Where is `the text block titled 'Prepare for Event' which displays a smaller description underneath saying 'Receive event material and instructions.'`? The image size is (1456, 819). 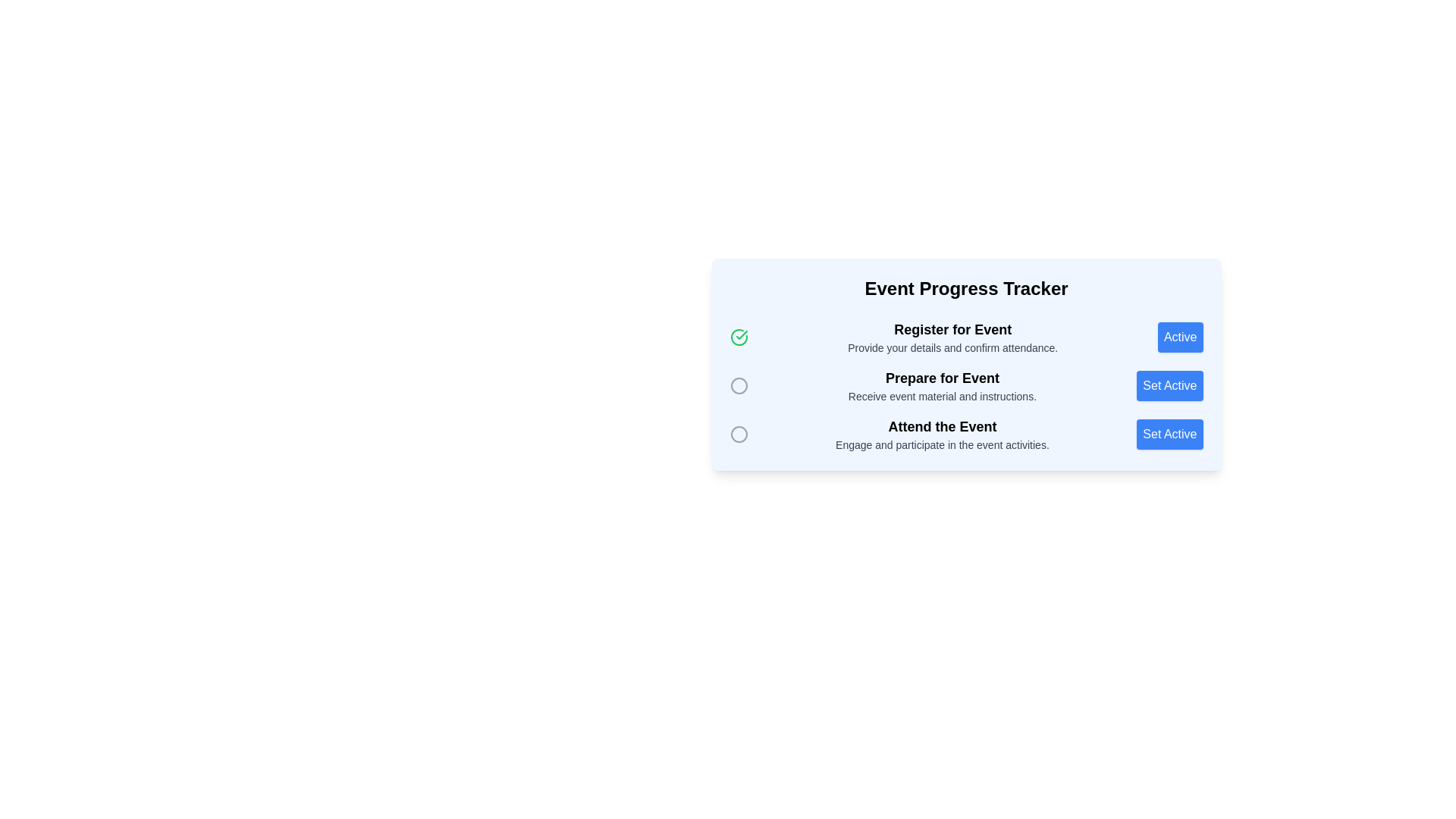 the text block titled 'Prepare for Event' which displays a smaller description underneath saying 'Receive event material and instructions.' is located at coordinates (942, 385).